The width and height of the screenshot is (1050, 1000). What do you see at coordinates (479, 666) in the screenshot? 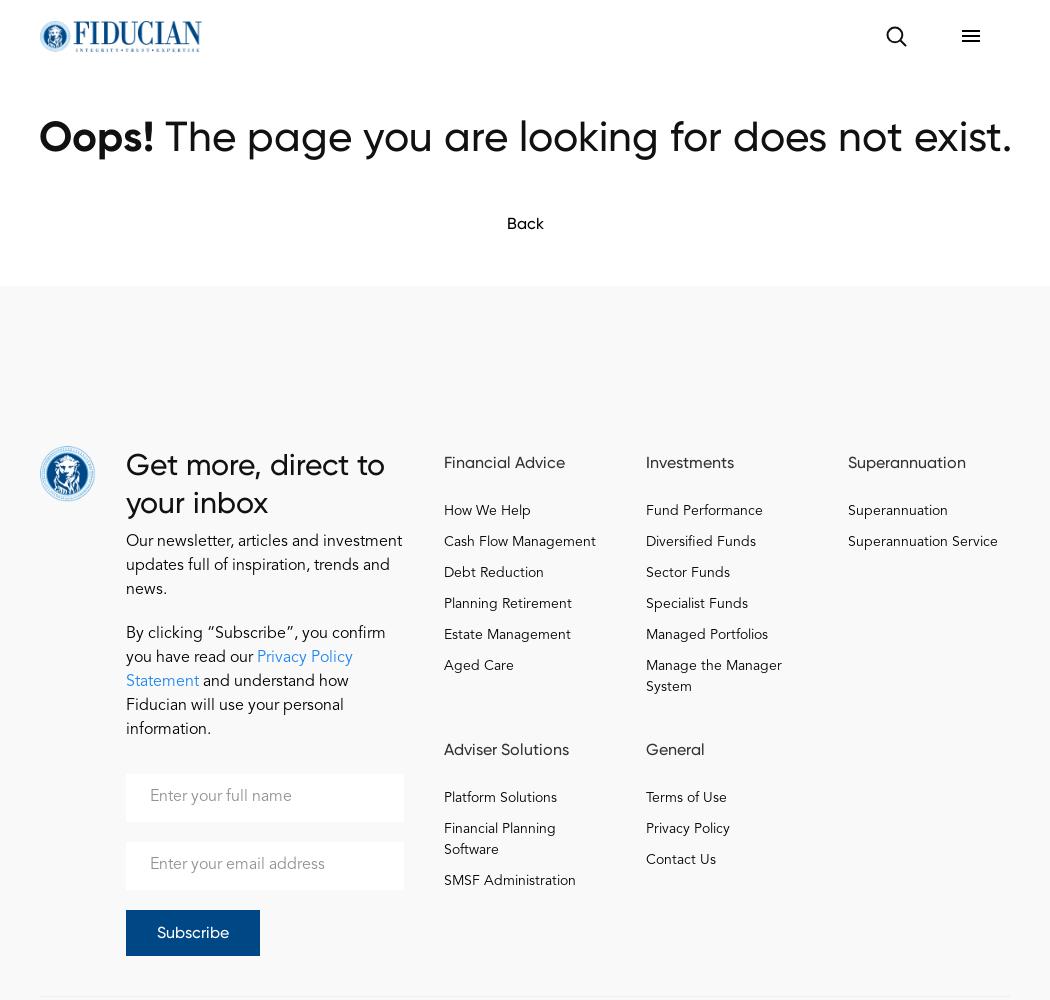
I see `'Aged Care'` at bounding box center [479, 666].